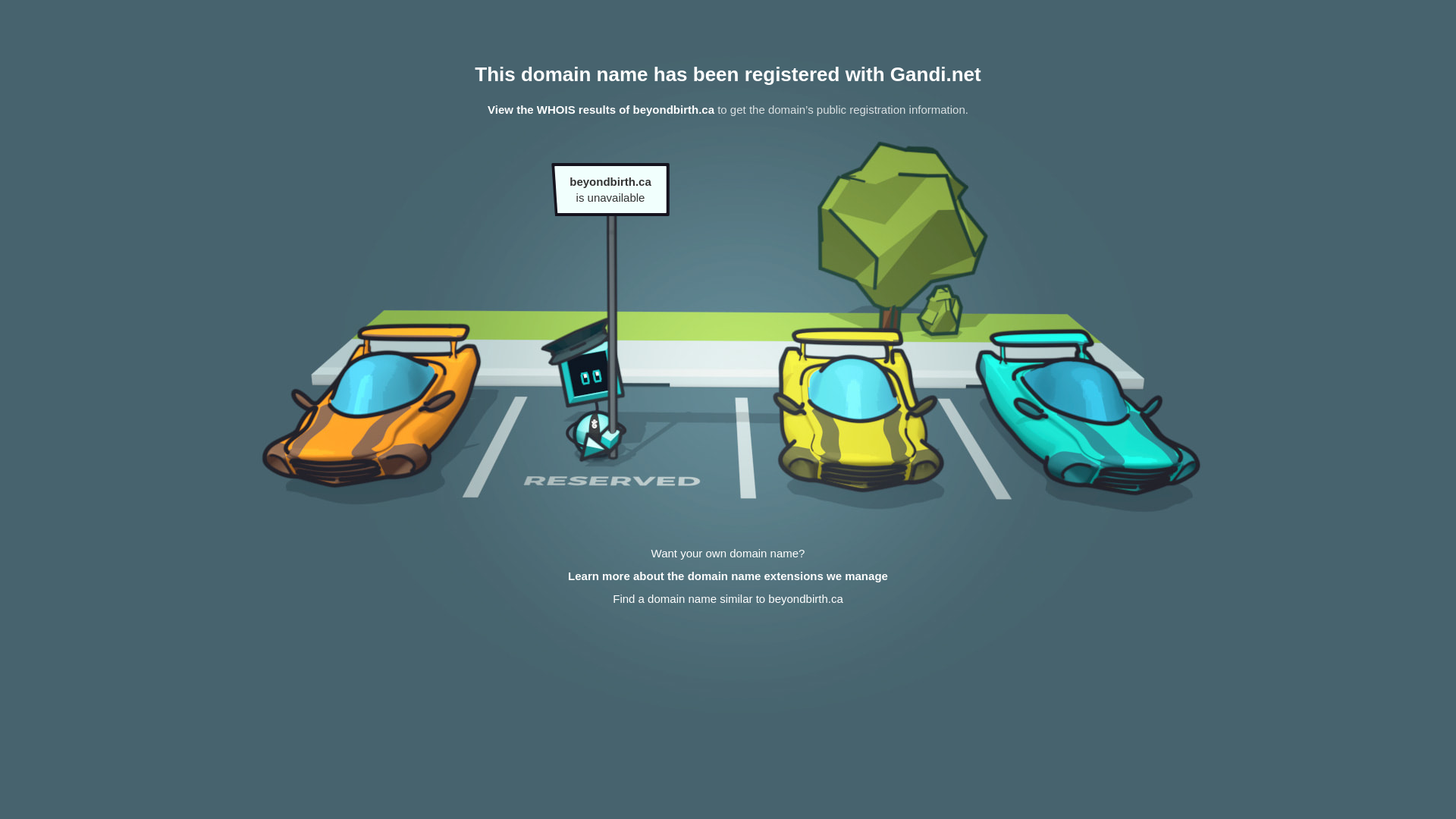 The width and height of the screenshot is (1456, 819). What do you see at coordinates (728, 576) in the screenshot?
I see `'Learn more about the domain name extensions we manage'` at bounding box center [728, 576].